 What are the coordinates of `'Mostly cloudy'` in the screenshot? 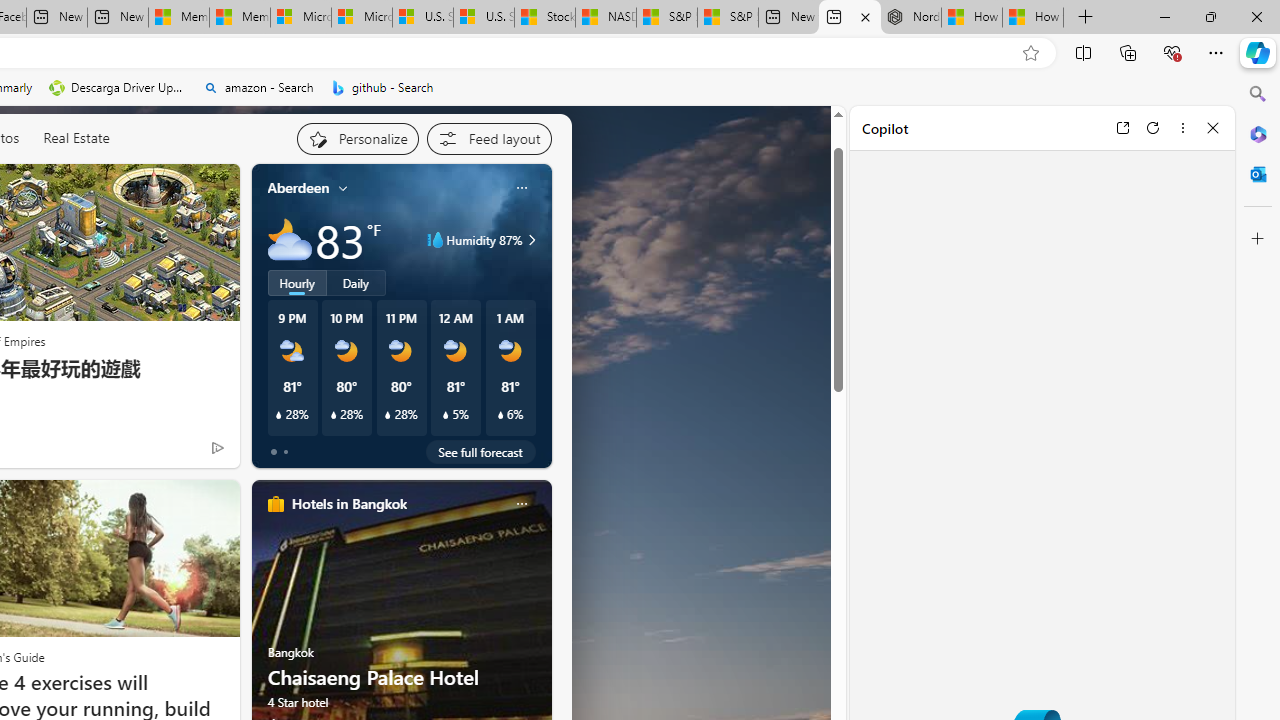 It's located at (288, 239).